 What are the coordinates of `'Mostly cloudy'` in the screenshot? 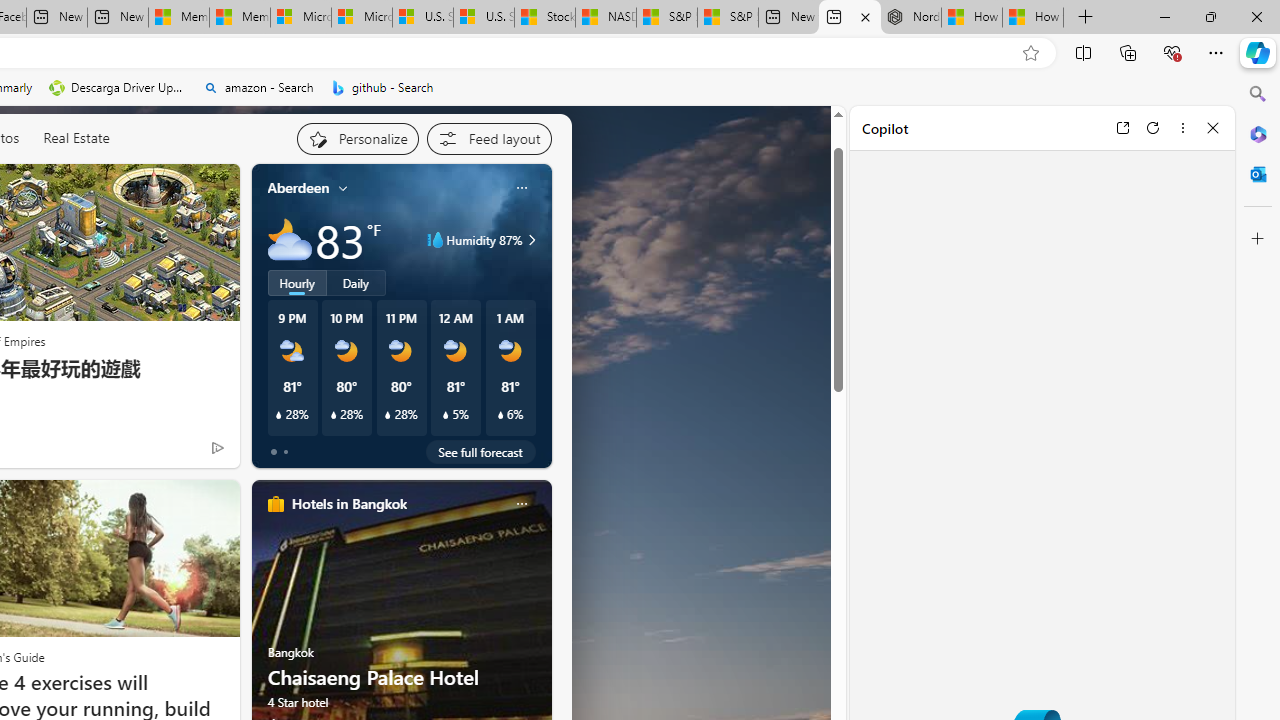 It's located at (288, 239).